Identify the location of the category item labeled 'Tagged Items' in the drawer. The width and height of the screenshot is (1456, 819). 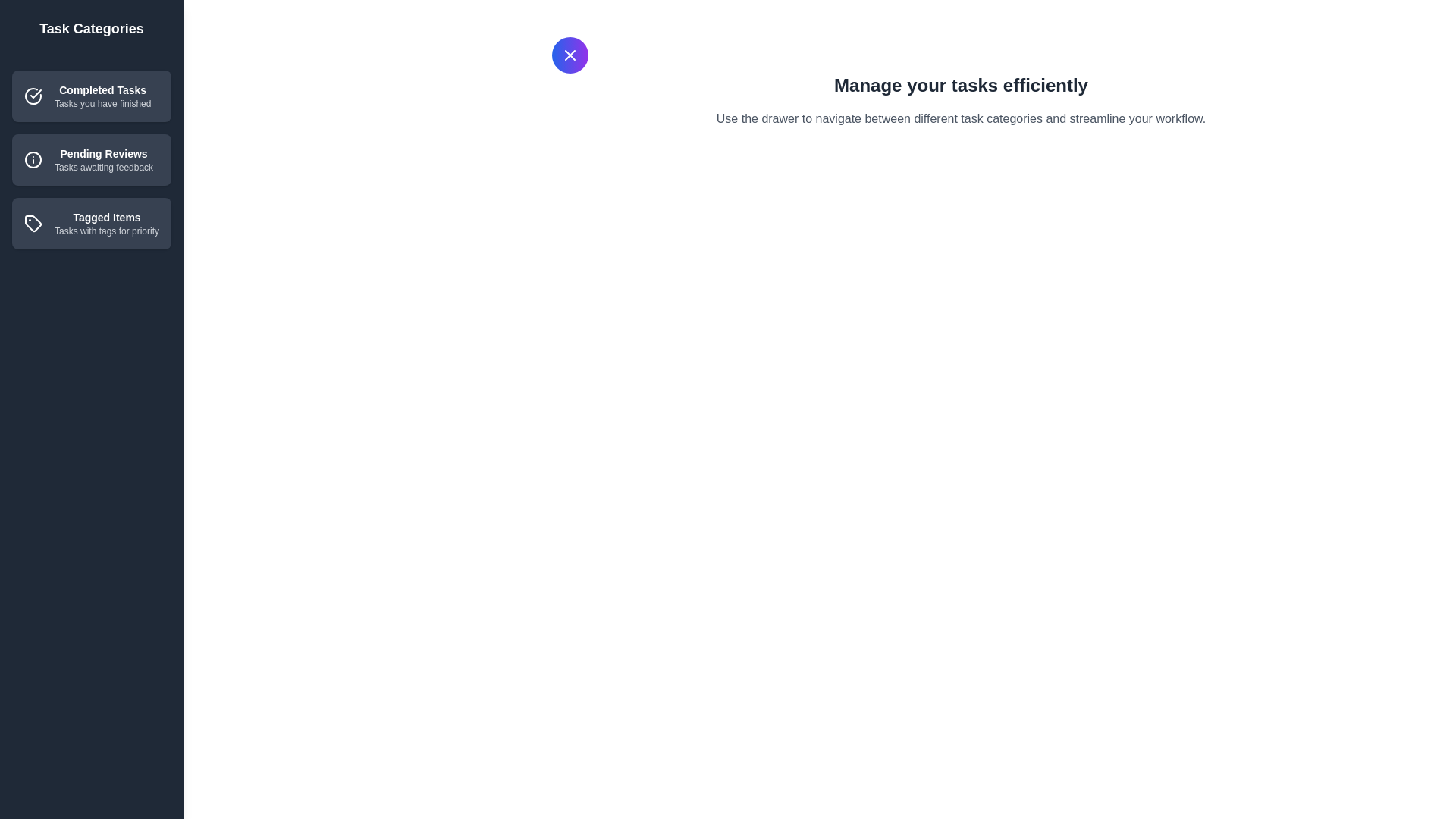
(90, 223).